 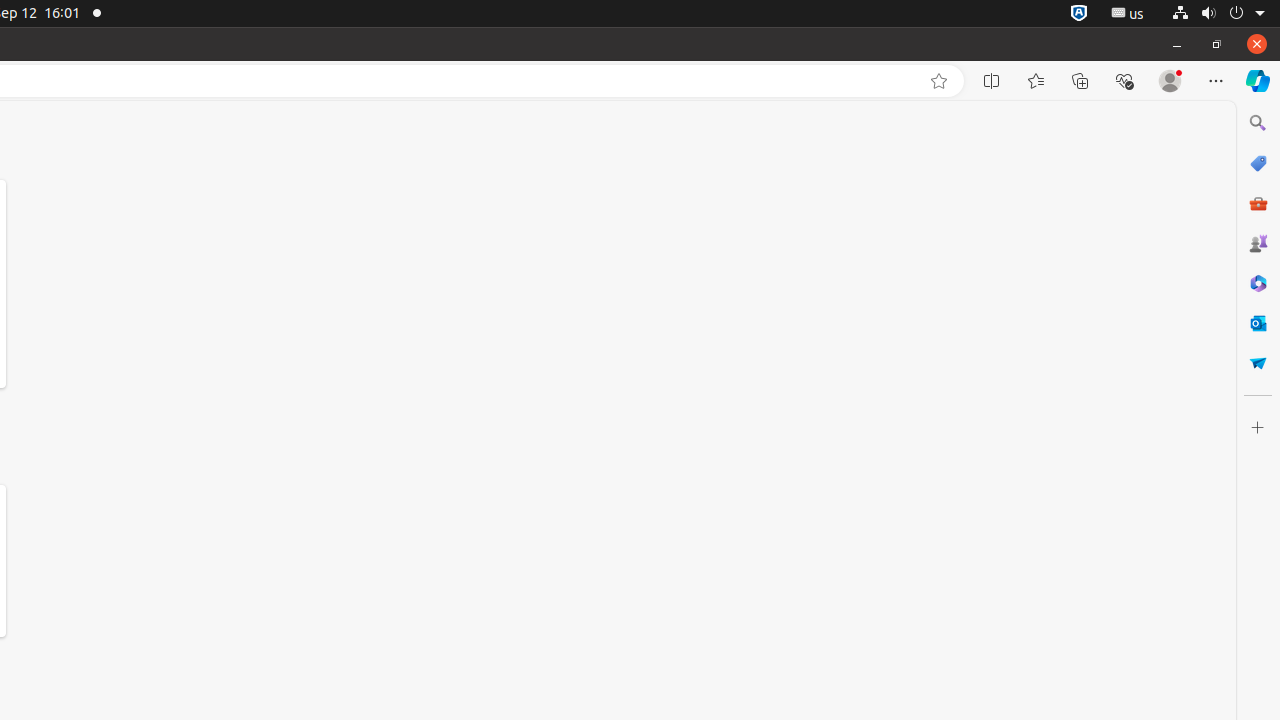 I want to click on 'Profile 1 Profile, Please sign in', so click(x=1170, y=80).